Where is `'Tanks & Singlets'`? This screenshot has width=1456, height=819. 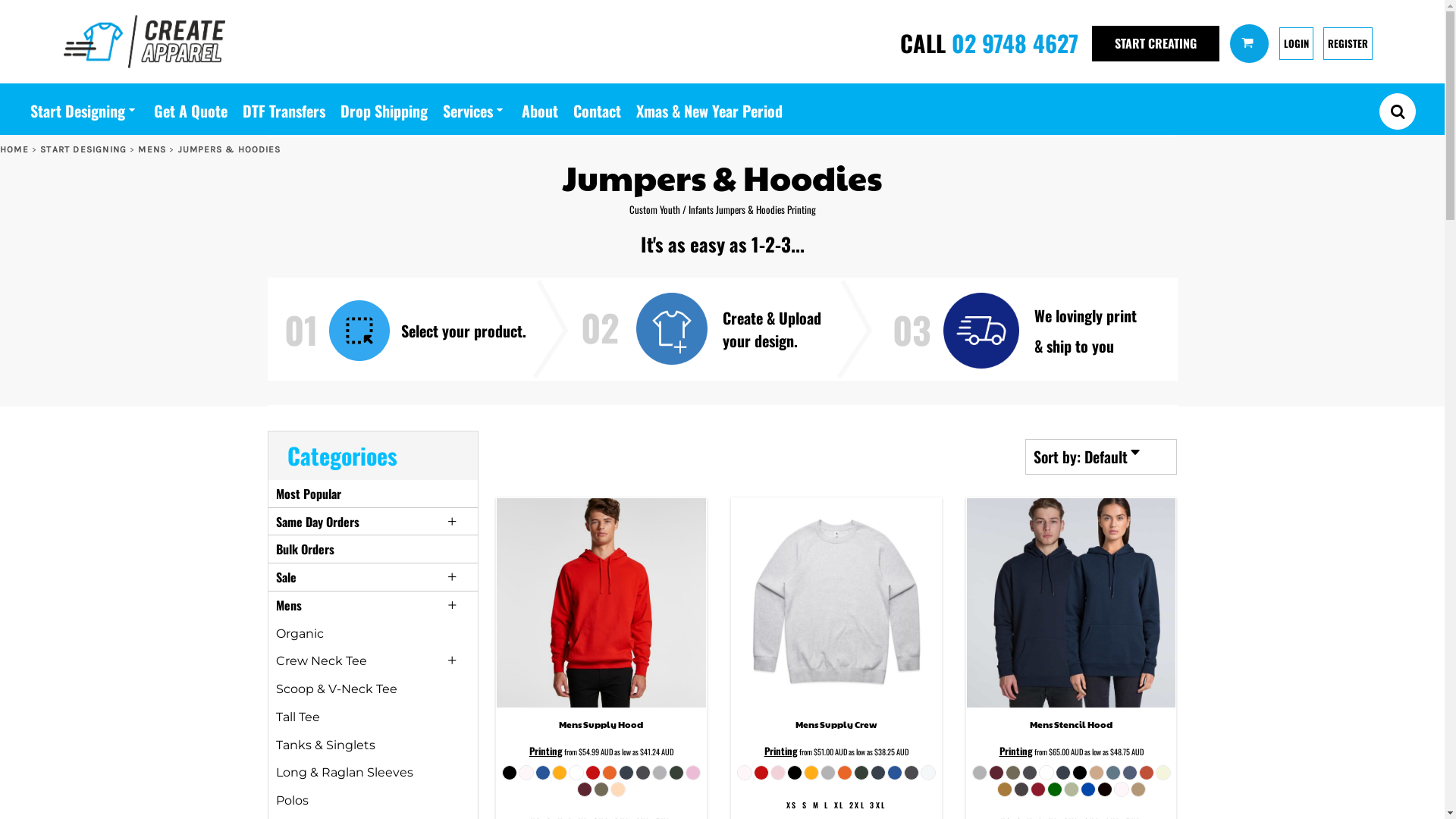 'Tanks & Singlets' is located at coordinates (325, 744).